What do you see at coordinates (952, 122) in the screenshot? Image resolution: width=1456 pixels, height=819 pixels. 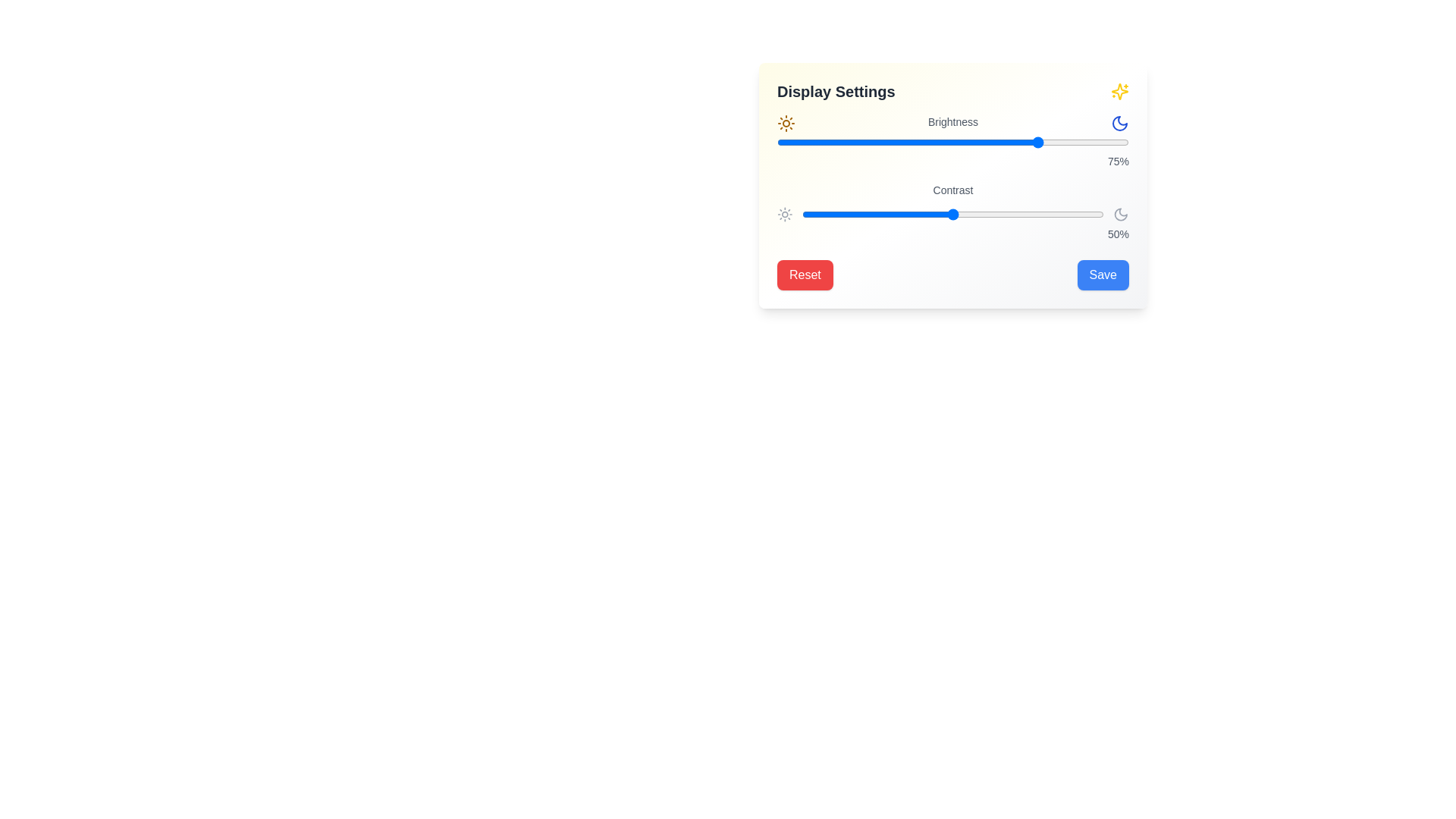 I see `the 'Brightness' label, which is a medium gray text element centered between sun and moon icons in the Display Settings panel` at bounding box center [952, 122].